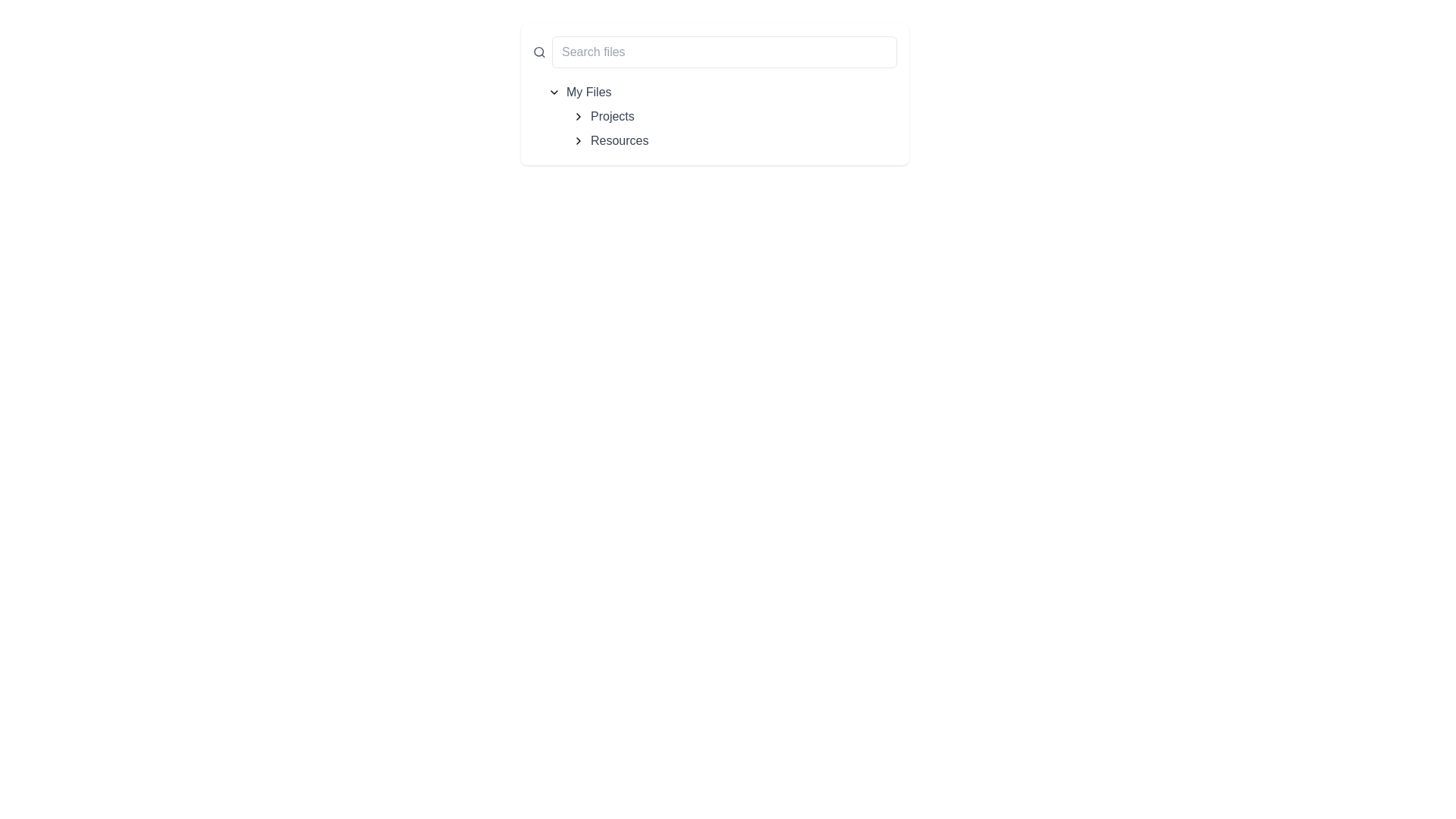 This screenshot has width=1456, height=819. I want to click on the right-facing chevron icon adjacent to the 'Resources' text, so click(578, 140).